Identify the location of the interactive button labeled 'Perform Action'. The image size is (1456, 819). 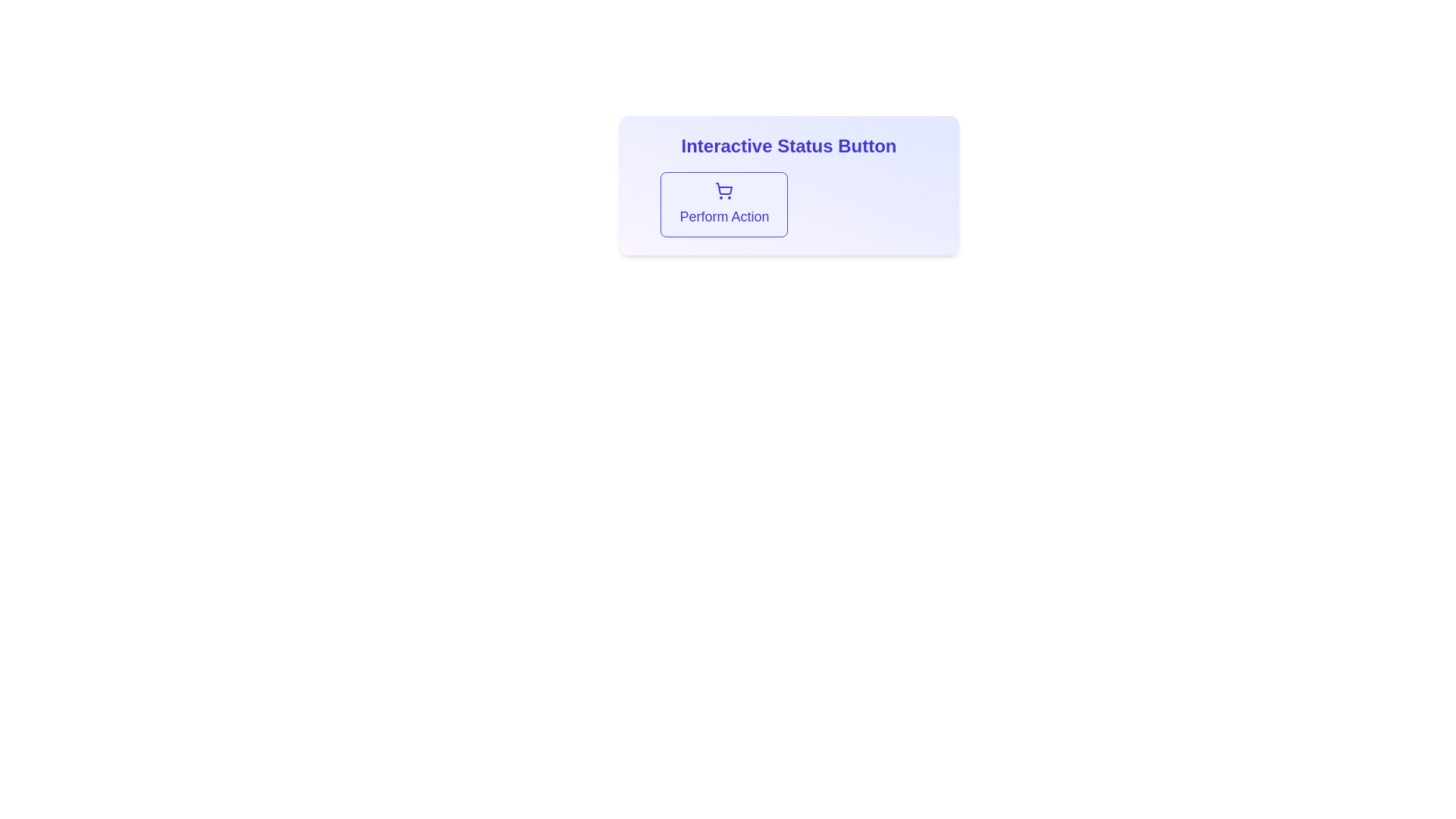
(723, 205).